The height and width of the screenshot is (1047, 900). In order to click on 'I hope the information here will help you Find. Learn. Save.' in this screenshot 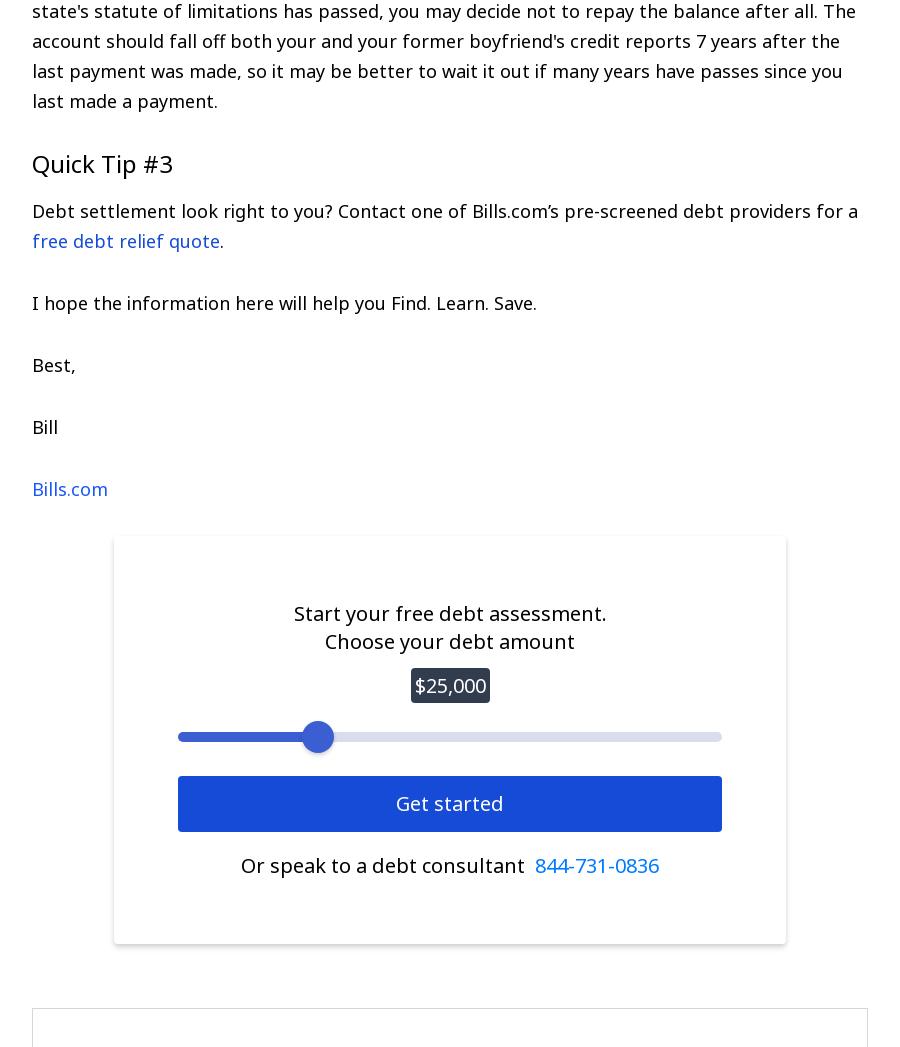, I will do `click(283, 302)`.